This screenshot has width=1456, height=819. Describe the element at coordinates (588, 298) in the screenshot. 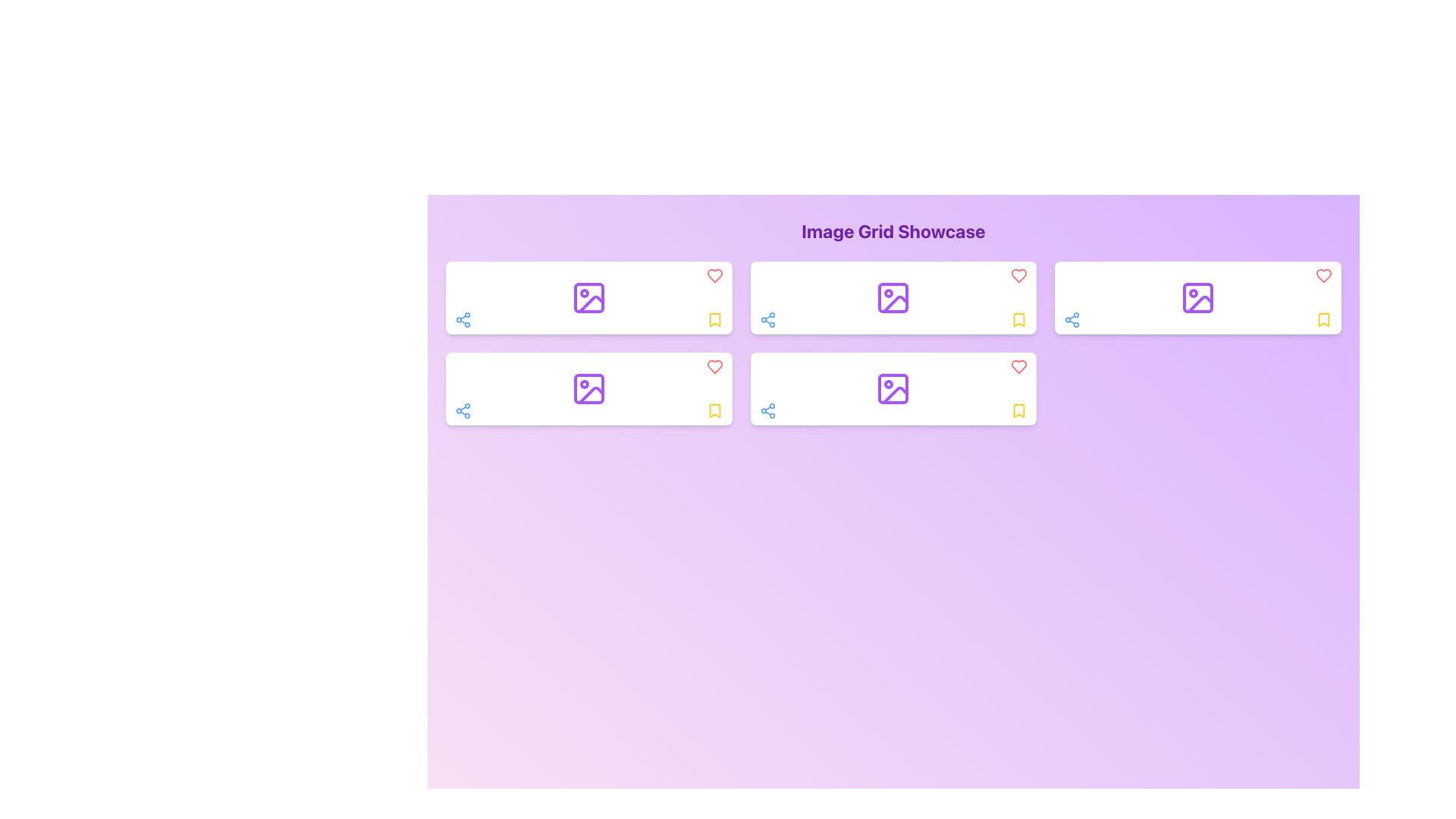

I see `the central image icon located in the first row of image cards, which serves as a visual representation of an image feature or category` at that location.